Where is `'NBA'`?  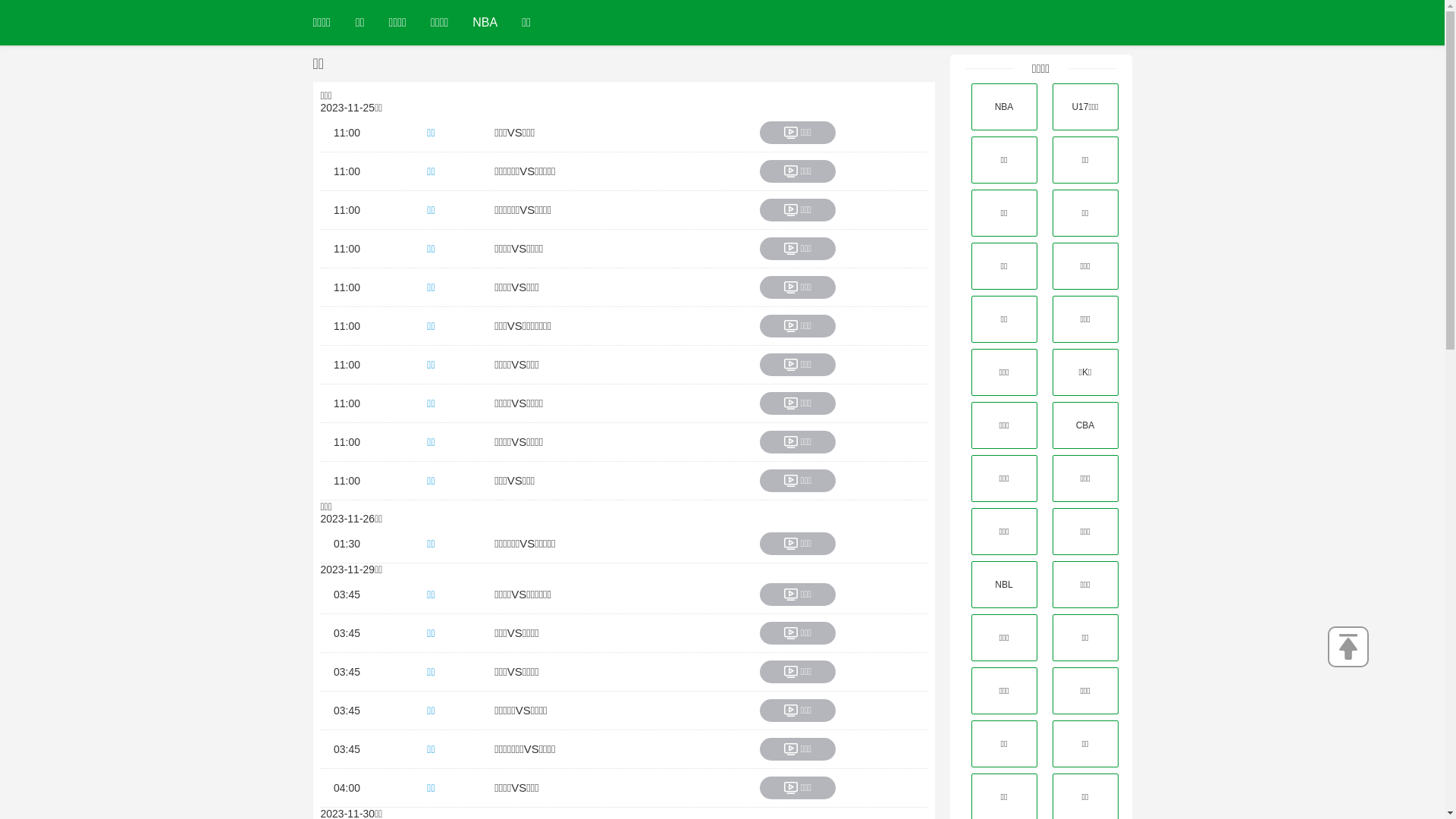 'NBA' is located at coordinates (484, 23).